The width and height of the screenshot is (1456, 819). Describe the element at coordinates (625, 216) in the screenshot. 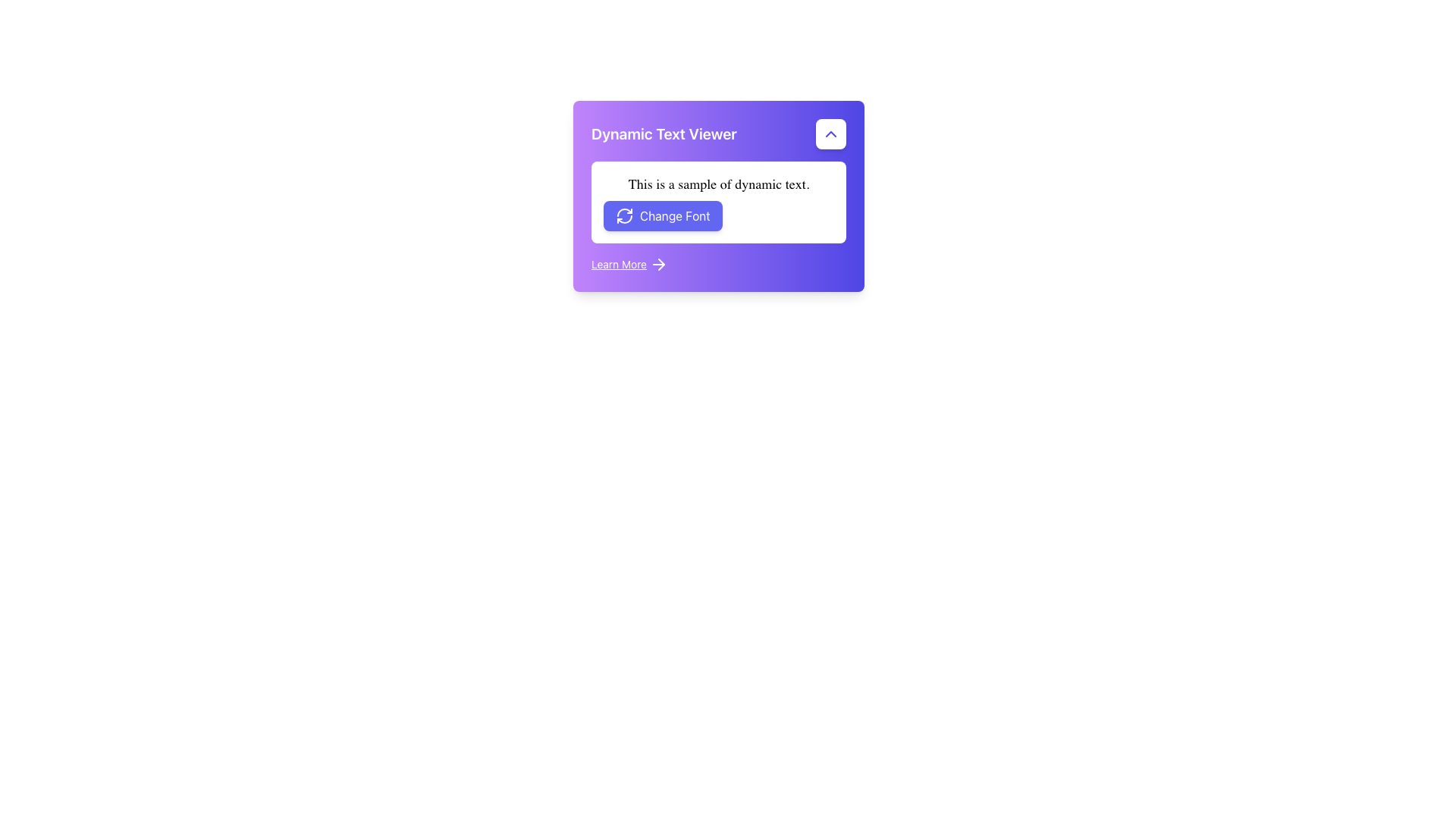

I see `the Decorative Icon, which is a circular refresh symbol outlined in white with a purple background, located to the left of the 'Change Font' text on the button in the 'Dynamic Text Viewer' card` at that location.